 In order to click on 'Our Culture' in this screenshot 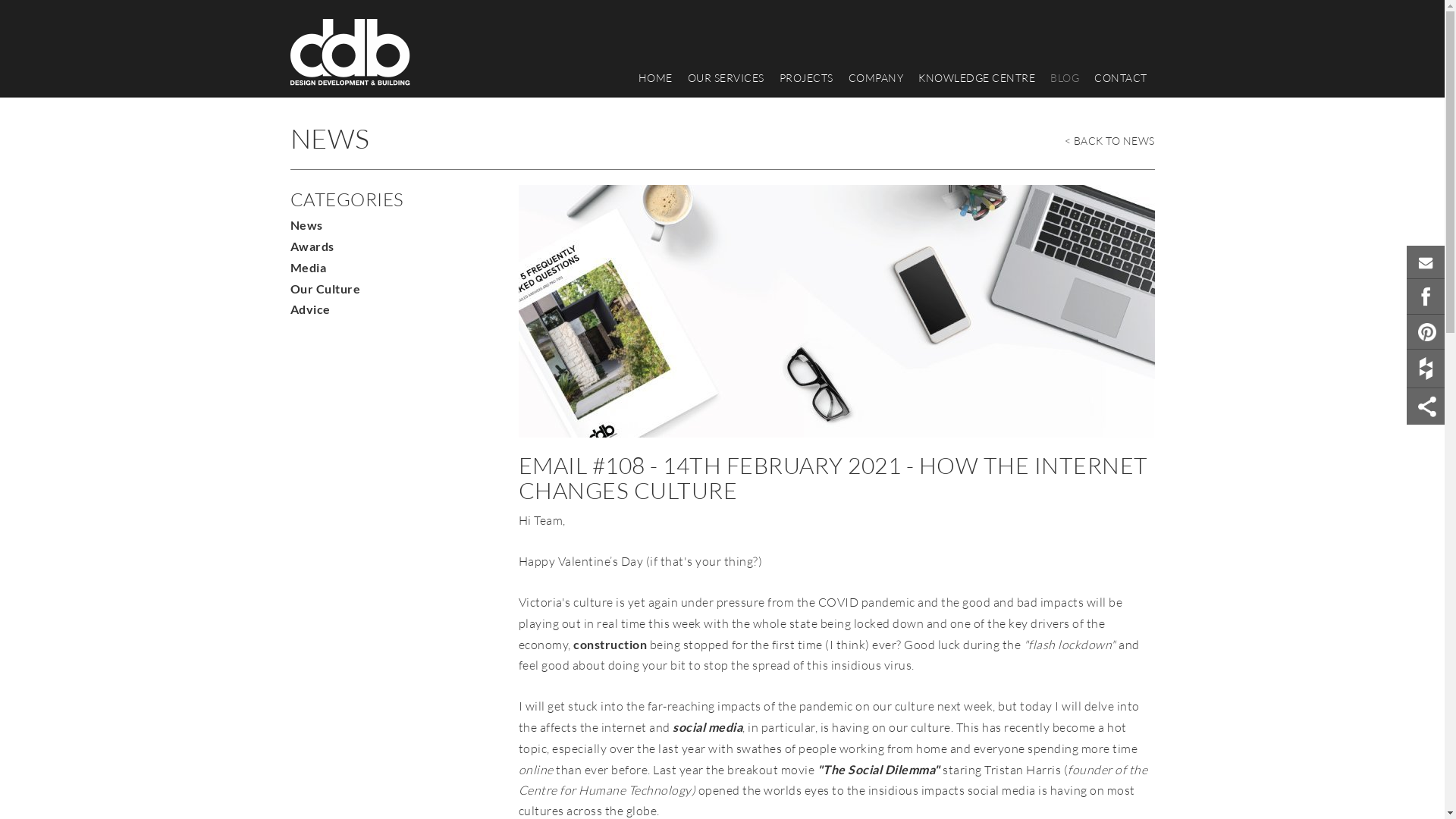, I will do `click(324, 288)`.